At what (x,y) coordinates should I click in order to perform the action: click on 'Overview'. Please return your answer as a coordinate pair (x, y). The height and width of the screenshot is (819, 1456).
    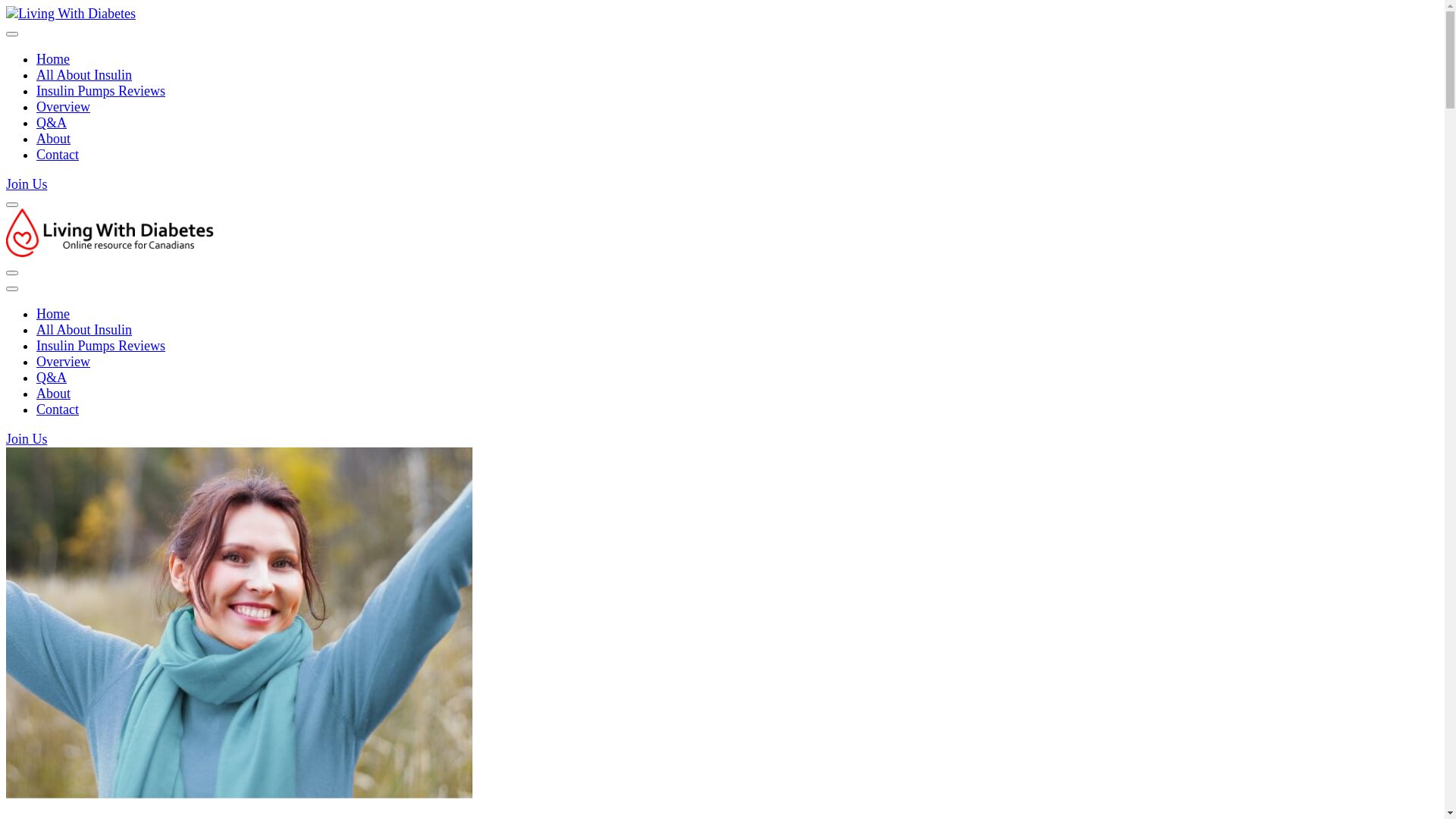
    Looking at the image, I should click on (62, 362).